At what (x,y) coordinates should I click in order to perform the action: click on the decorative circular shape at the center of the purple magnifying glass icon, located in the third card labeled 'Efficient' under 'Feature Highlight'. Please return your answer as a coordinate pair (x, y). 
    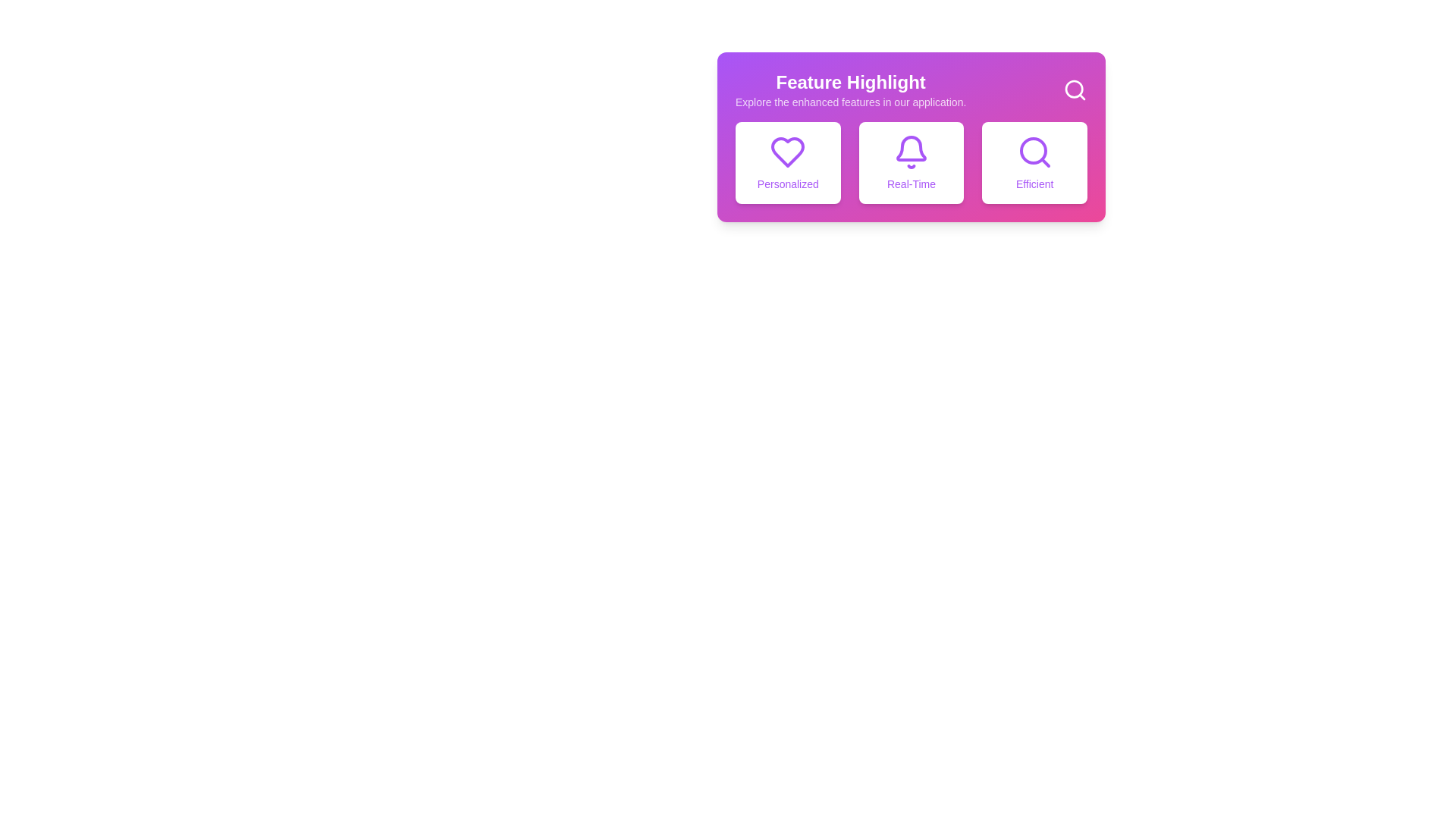
    Looking at the image, I should click on (1032, 151).